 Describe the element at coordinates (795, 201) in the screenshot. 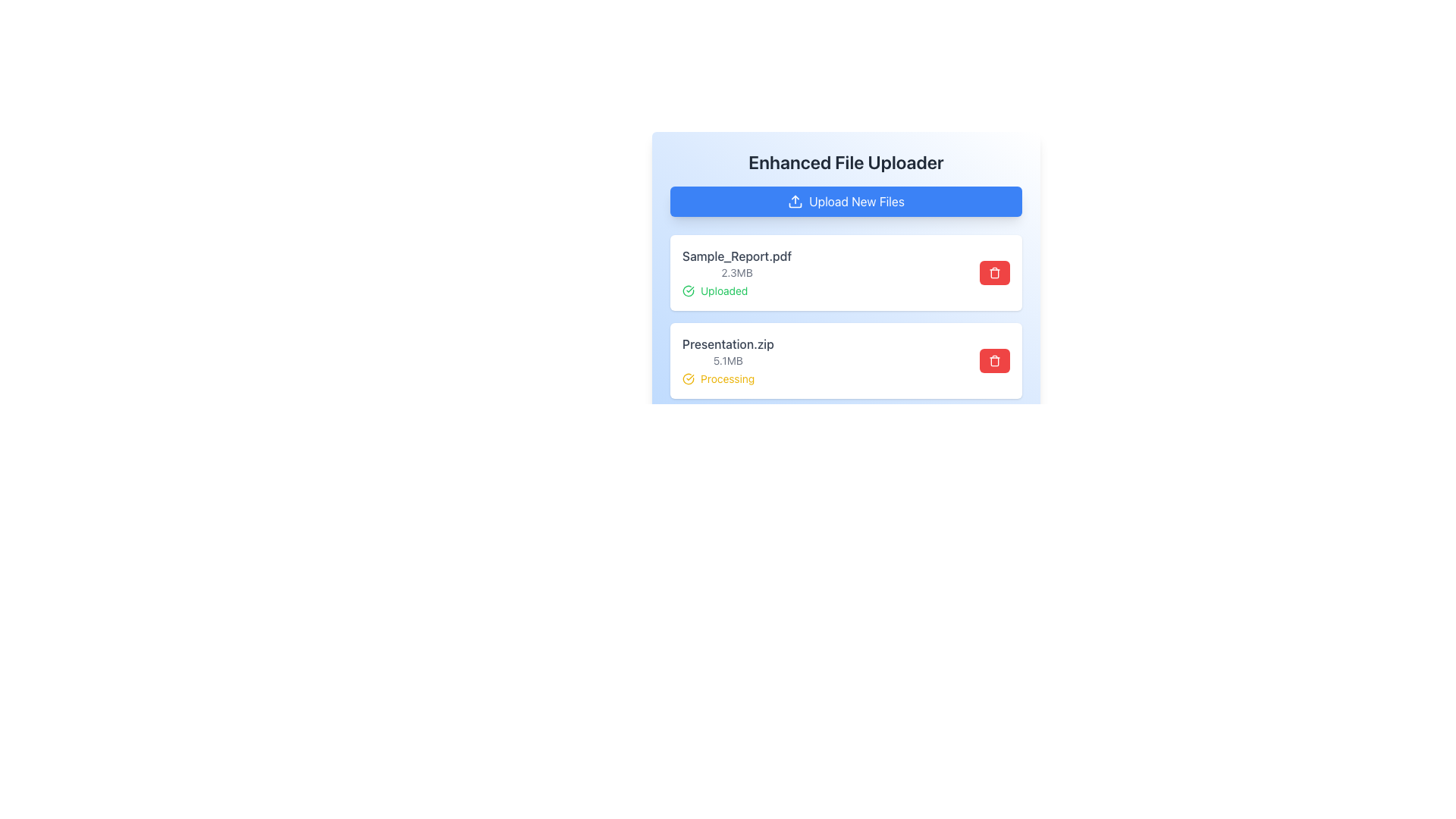

I see `the blue icon indicating the action of uploading files, located to the left of the 'Upload New Files' button` at that location.